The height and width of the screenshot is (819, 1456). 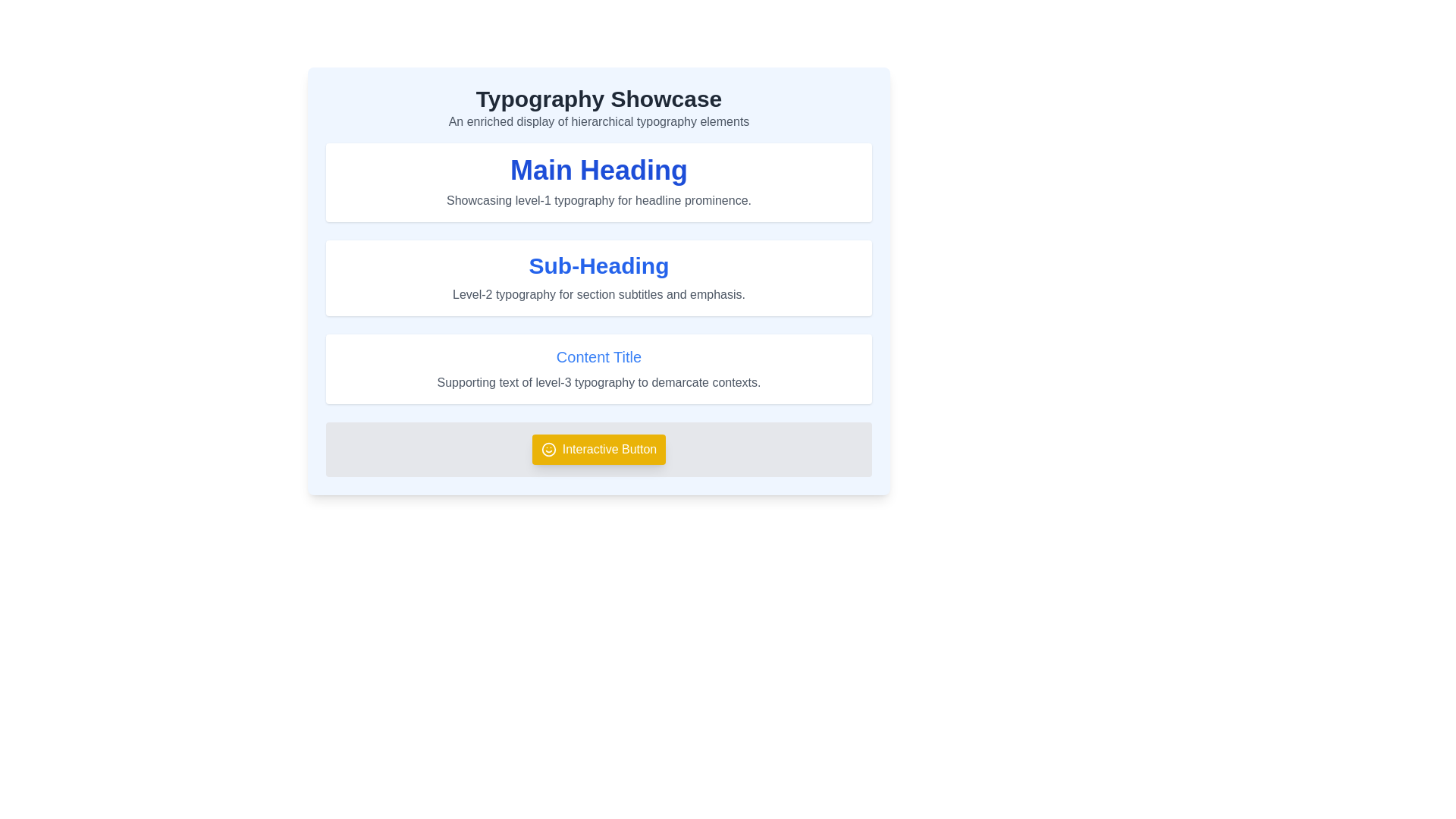 What do you see at coordinates (598, 449) in the screenshot?
I see `the 'Interactive Button' which has a yellow background, white text, rounded shape, and a smiley face icon on the left side, located under the 'Content Title' section` at bounding box center [598, 449].